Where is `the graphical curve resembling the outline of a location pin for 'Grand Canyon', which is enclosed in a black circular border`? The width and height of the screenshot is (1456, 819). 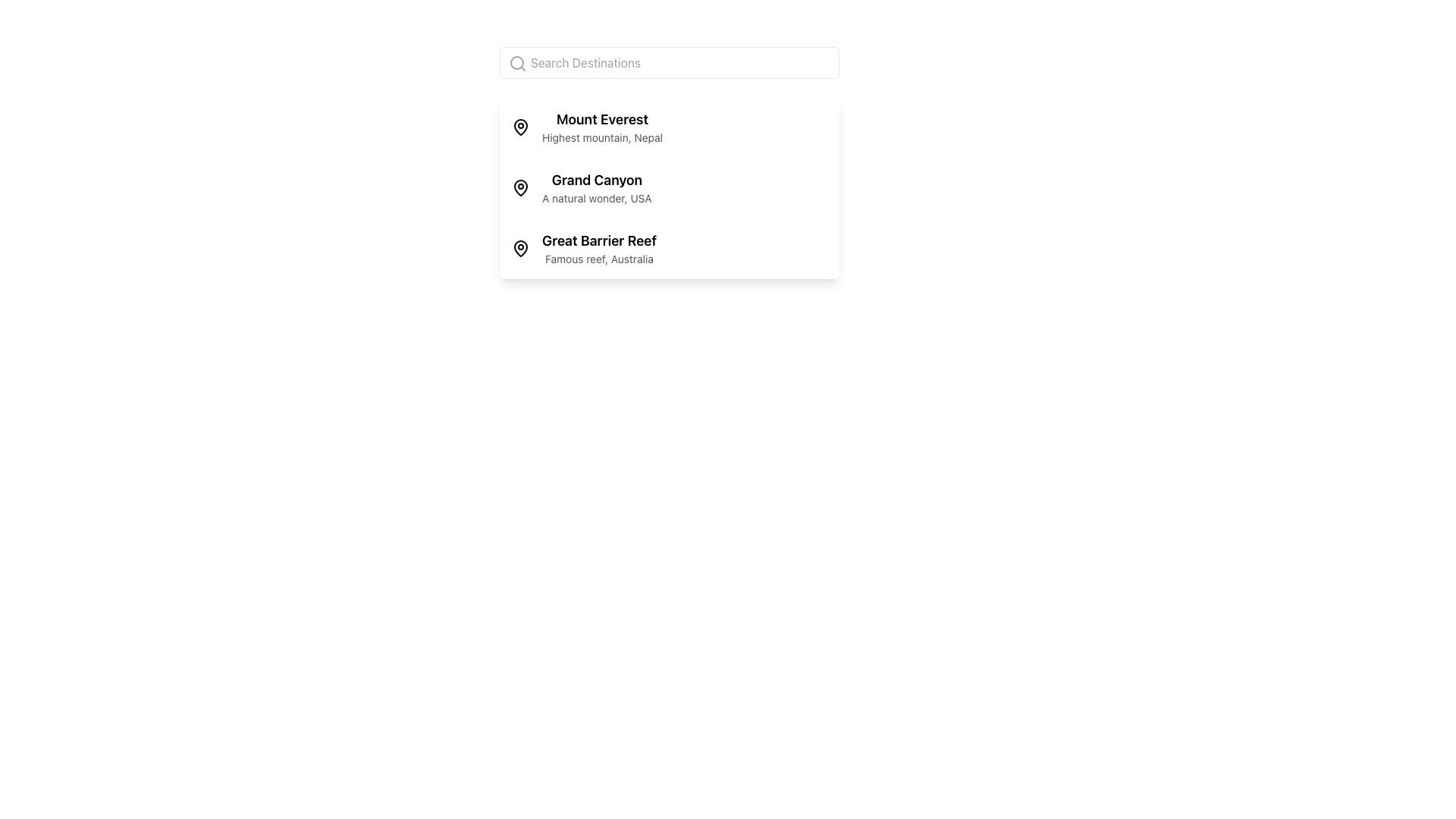 the graphical curve resembling the outline of a location pin for 'Grand Canyon', which is enclosed in a black circular border is located at coordinates (520, 186).